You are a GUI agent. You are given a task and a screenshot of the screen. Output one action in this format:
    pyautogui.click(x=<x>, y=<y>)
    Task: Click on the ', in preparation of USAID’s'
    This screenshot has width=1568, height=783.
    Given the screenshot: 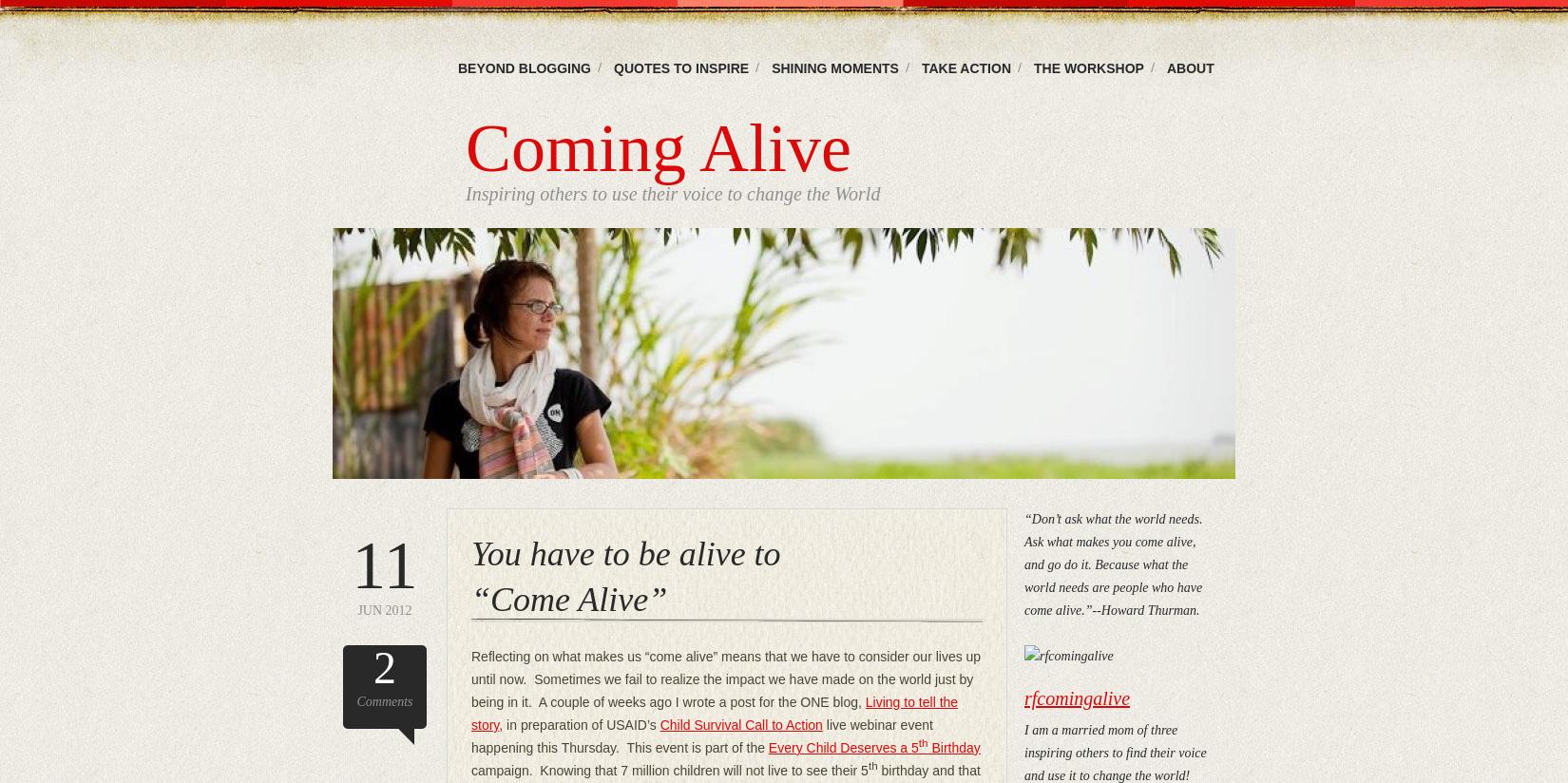 What is the action you would take?
    pyautogui.click(x=578, y=724)
    